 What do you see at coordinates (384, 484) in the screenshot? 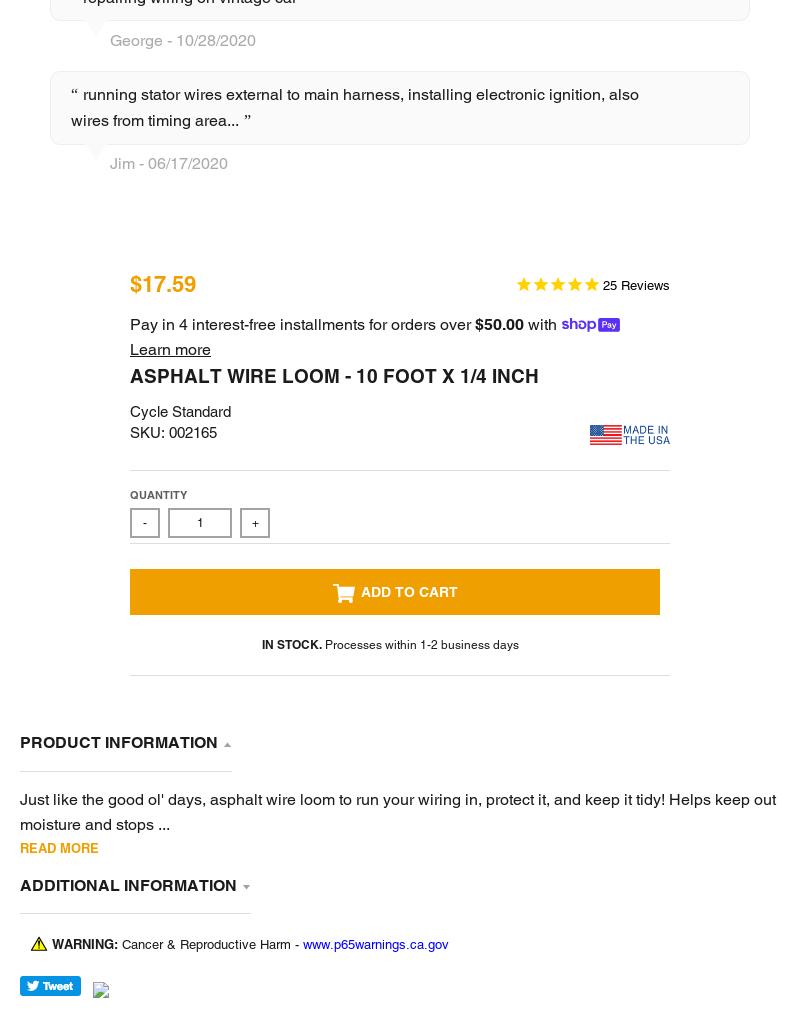
I see `'1'` at bounding box center [384, 484].